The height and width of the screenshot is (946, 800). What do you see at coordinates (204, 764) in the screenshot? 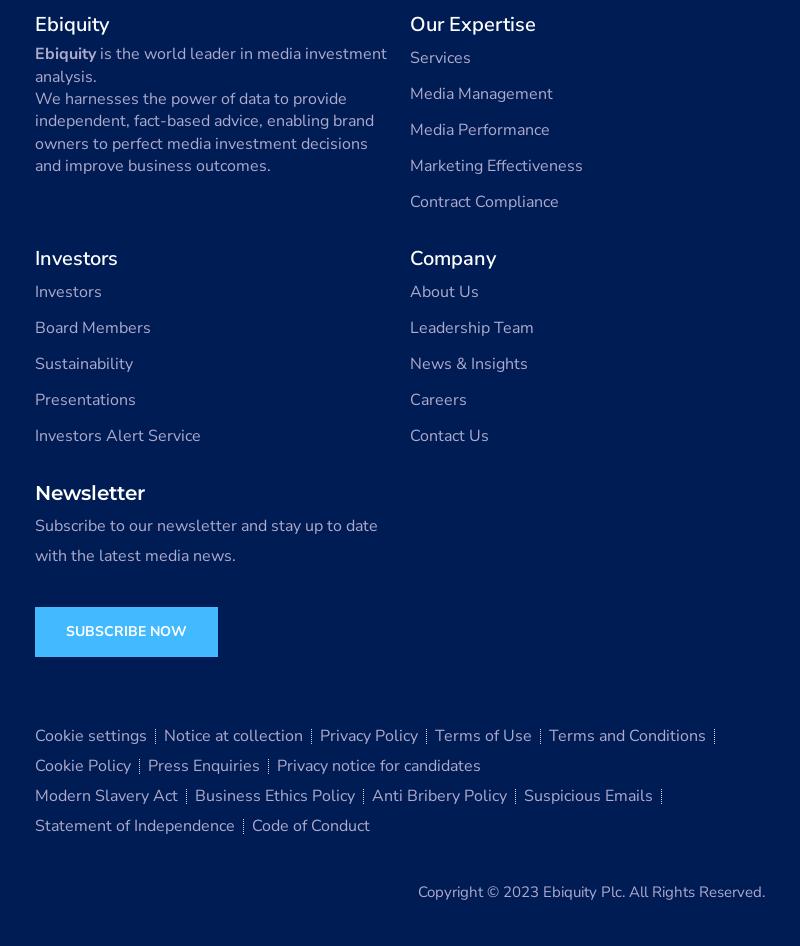
I see `'Press Enquiries'` at bounding box center [204, 764].